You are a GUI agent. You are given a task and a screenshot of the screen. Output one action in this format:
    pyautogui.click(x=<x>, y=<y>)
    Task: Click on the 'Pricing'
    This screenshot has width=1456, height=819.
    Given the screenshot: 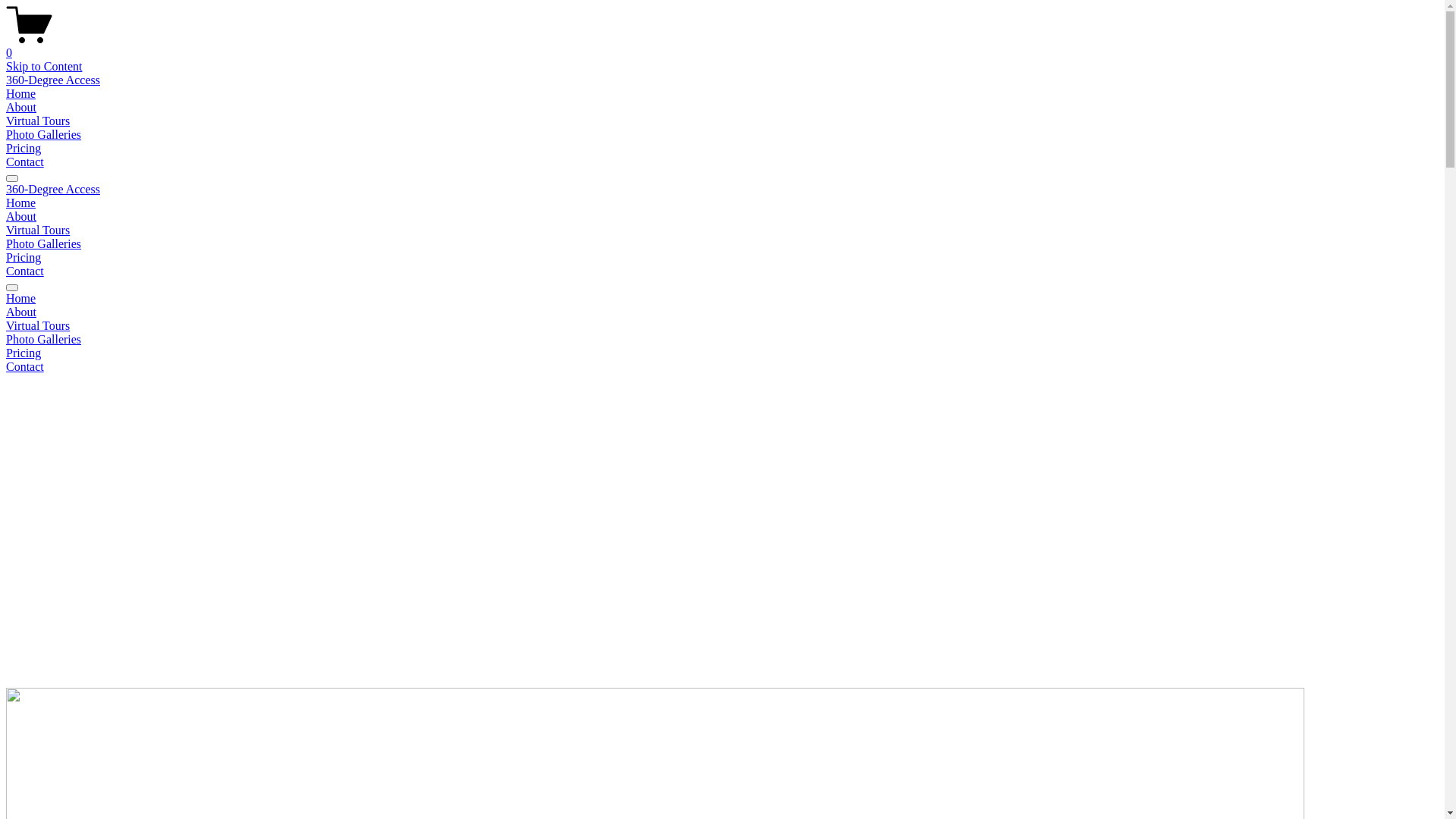 What is the action you would take?
    pyautogui.click(x=23, y=256)
    